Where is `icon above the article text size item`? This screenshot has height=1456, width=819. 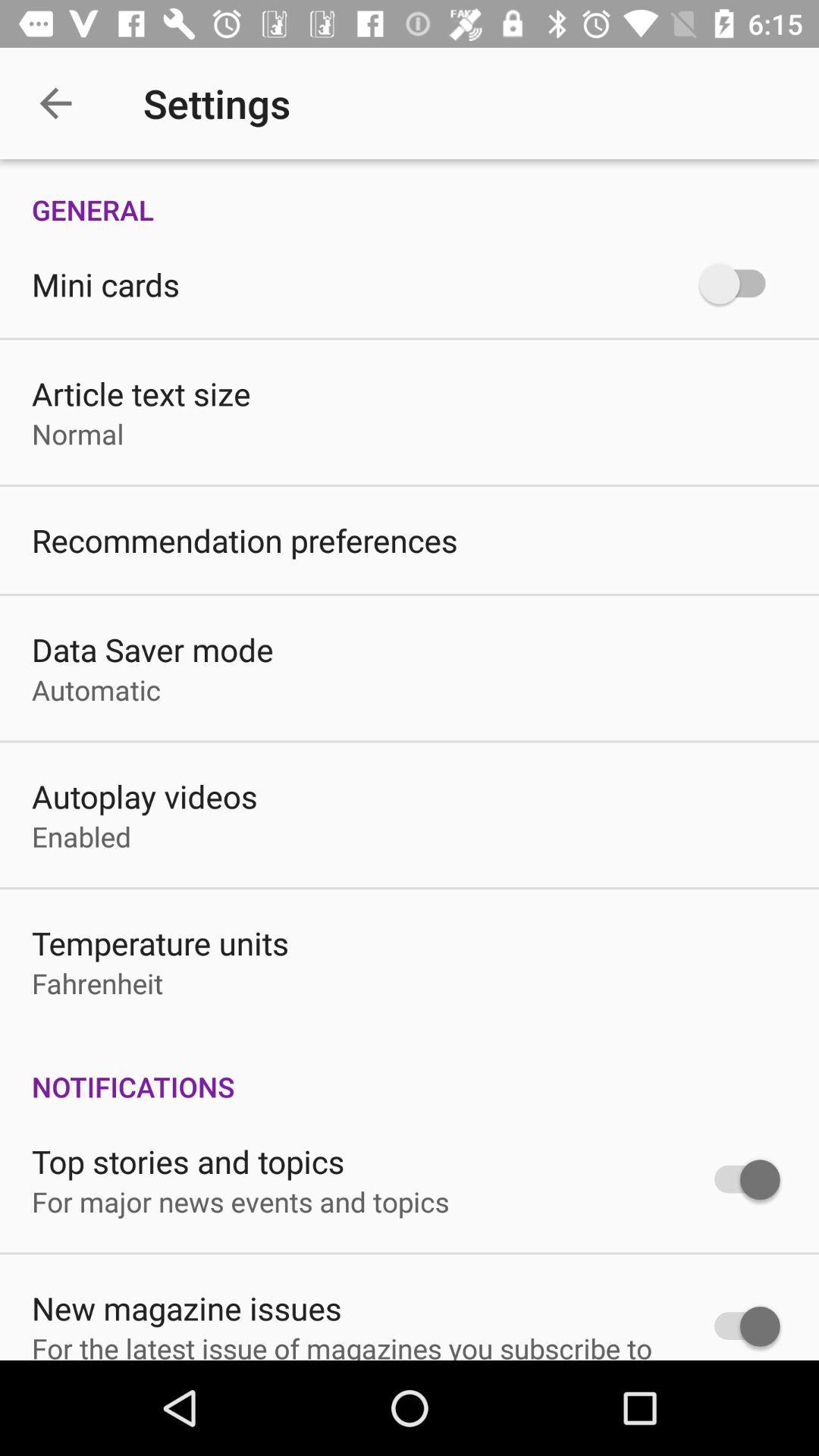
icon above the article text size item is located at coordinates (105, 284).